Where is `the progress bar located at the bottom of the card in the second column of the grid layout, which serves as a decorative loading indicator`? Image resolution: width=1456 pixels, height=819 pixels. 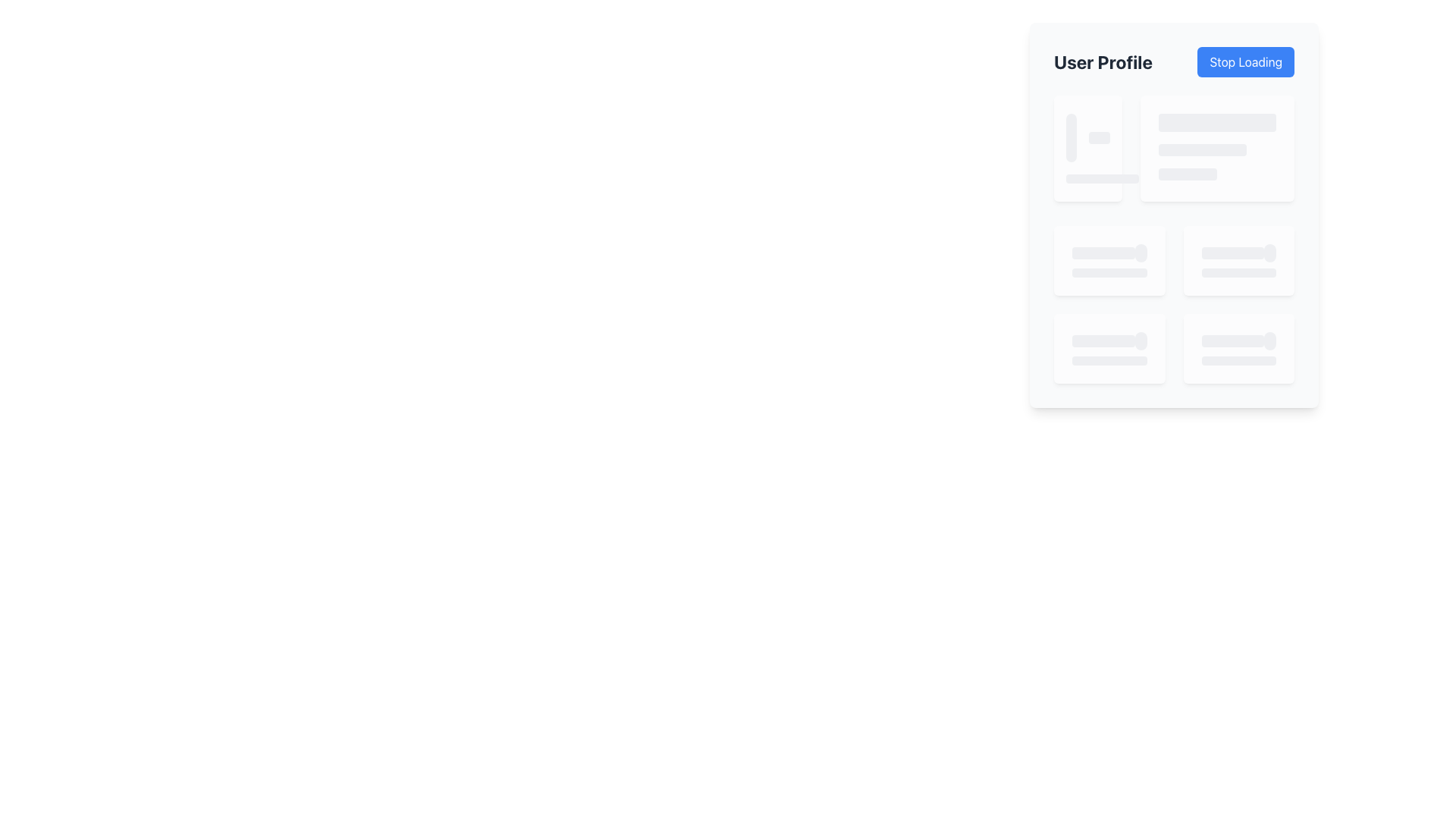
the progress bar located at the bottom of the card in the second column of the grid layout, which serves as a decorative loading indicator is located at coordinates (1238, 271).